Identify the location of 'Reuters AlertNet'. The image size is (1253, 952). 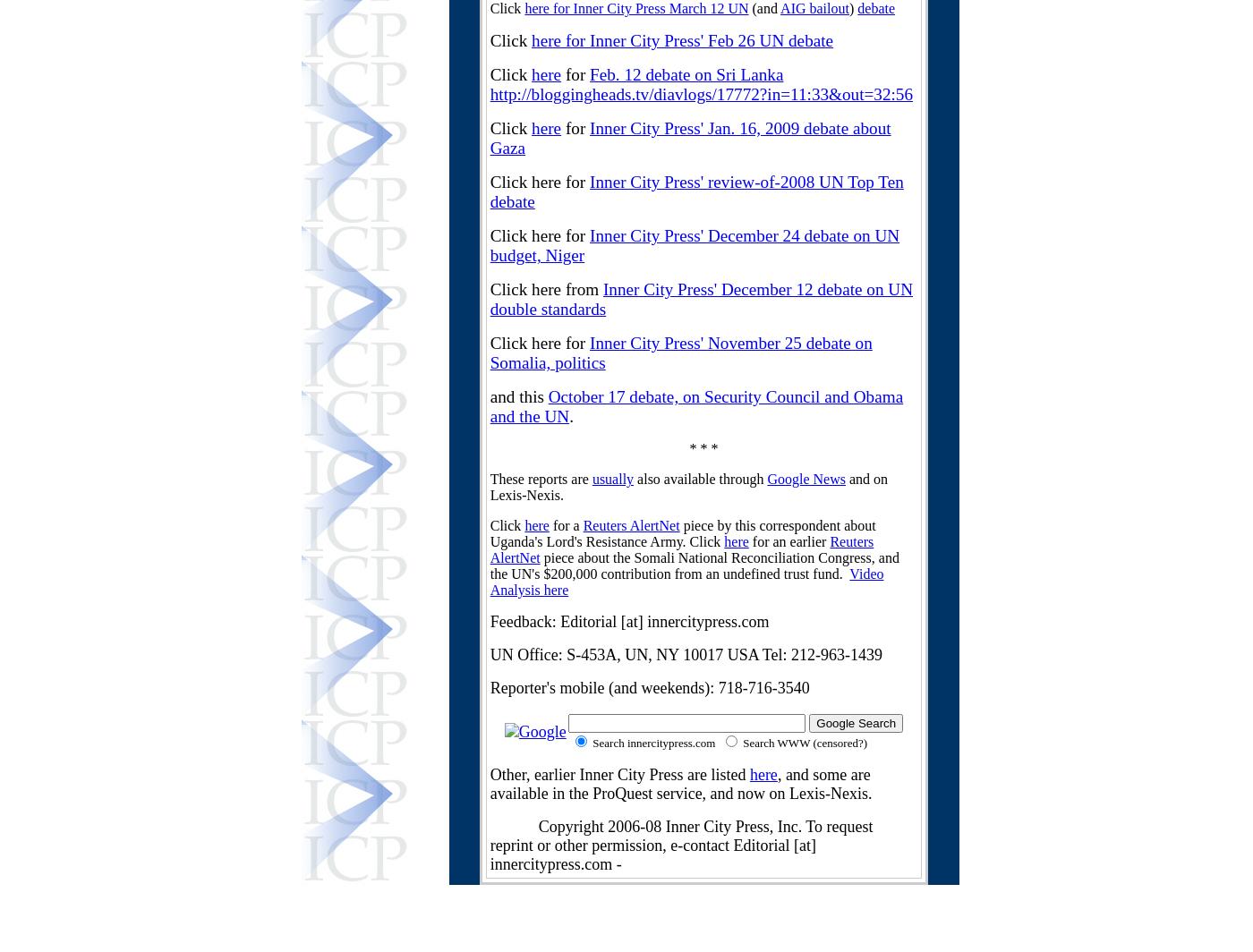
(681, 549).